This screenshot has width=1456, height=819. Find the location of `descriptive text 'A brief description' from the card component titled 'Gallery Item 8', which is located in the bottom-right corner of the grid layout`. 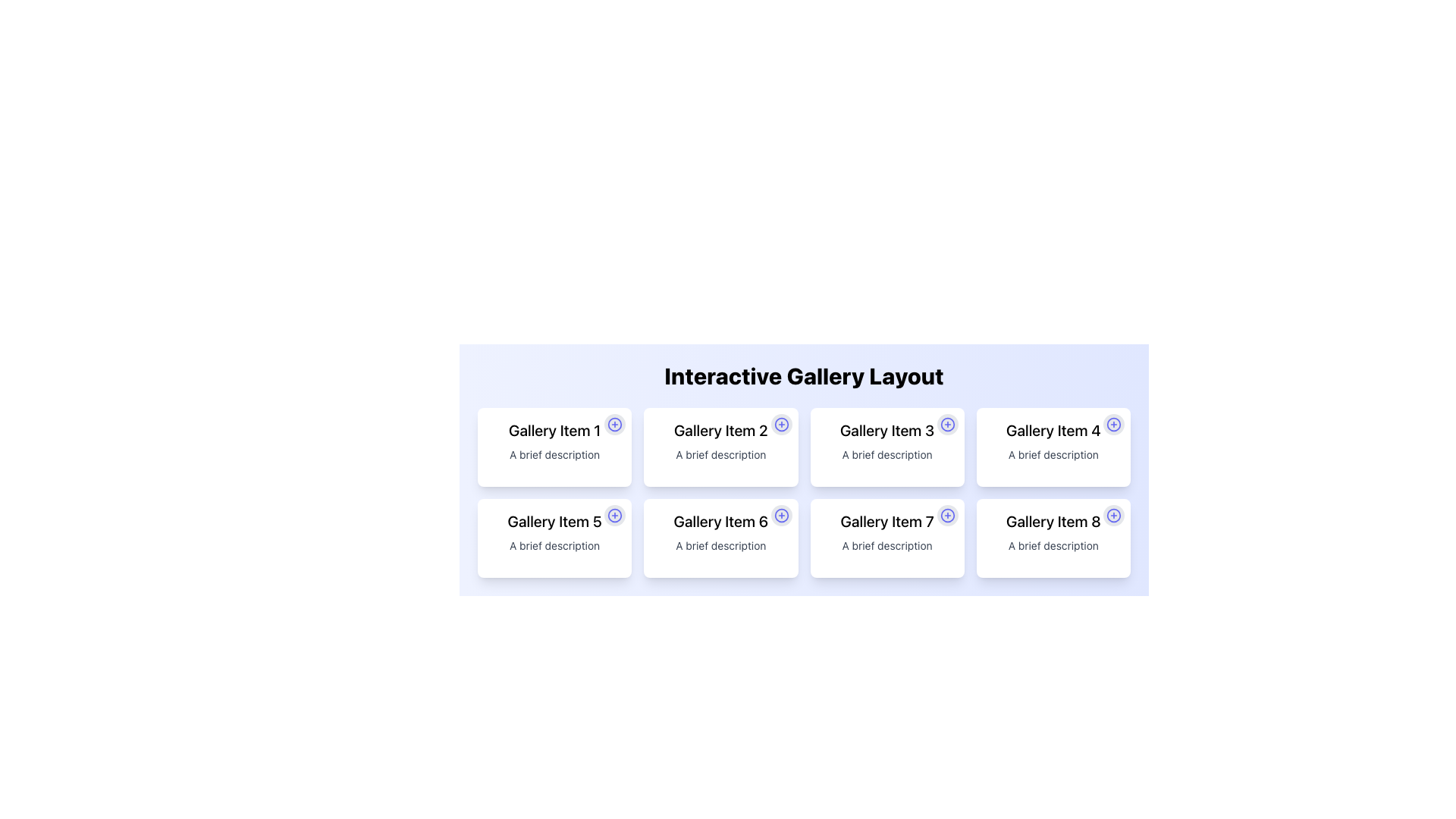

descriptive text 'A brief description' from the card component titled 'Gallery Item 8', which is located in the bottom-right corner of the grid layout is located at coordinates (1053, 537).